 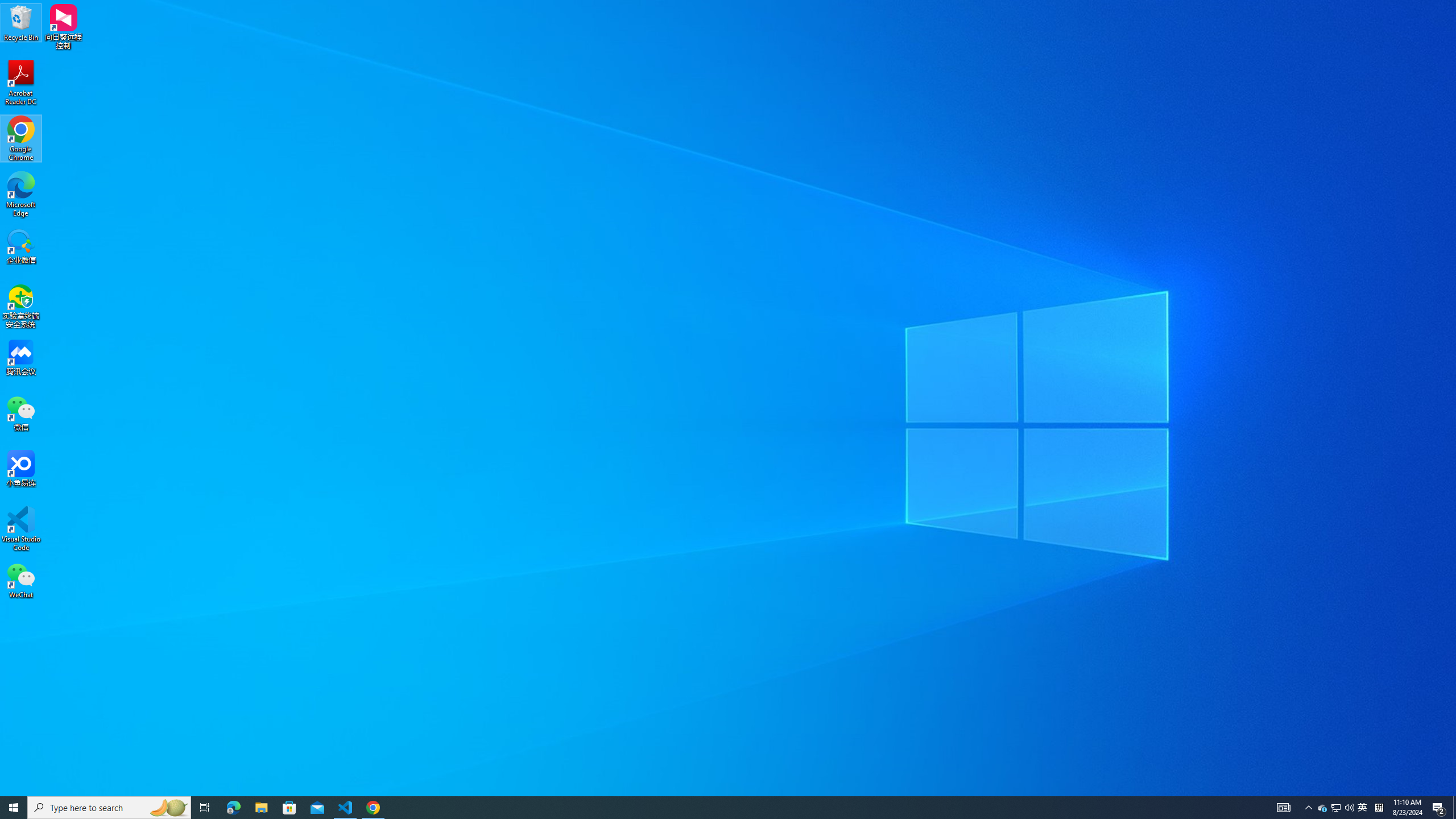 What do you see at coordinates (20, 580) in the screenshot?
I see `'WeChat'` at bounding box center [20, 580].